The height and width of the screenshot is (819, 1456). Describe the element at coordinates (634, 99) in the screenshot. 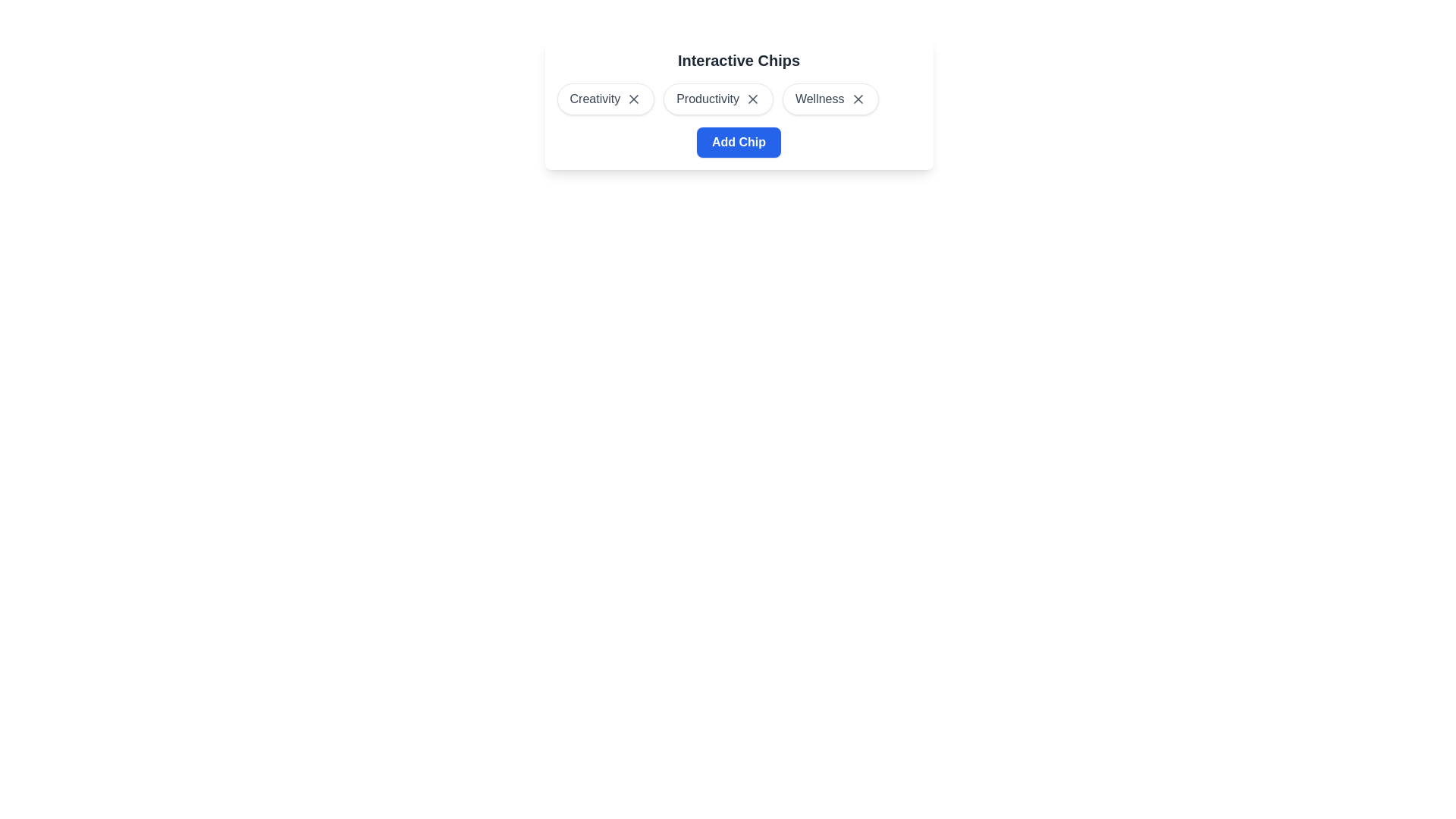

I see `the interactive icon button resembling an 'X' on the right side of the 'Creativity' chip` at that location.